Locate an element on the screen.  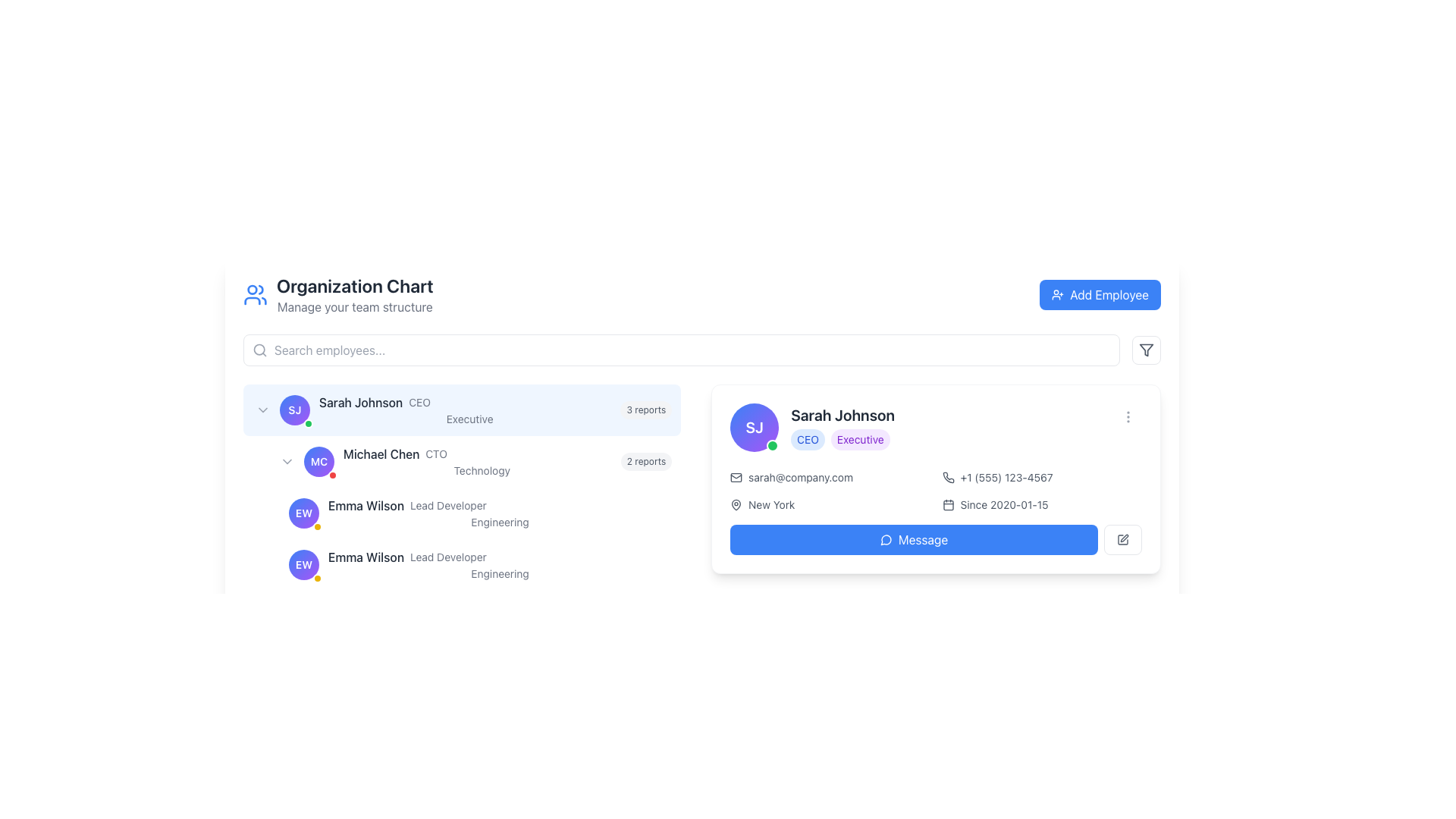
the Indicator or Status Badge located at the bottom-right corner of the avatar labeled 'EW', which has a gradient background from blue to purple, by clicking on the badge is located at coordinates (316, 579).